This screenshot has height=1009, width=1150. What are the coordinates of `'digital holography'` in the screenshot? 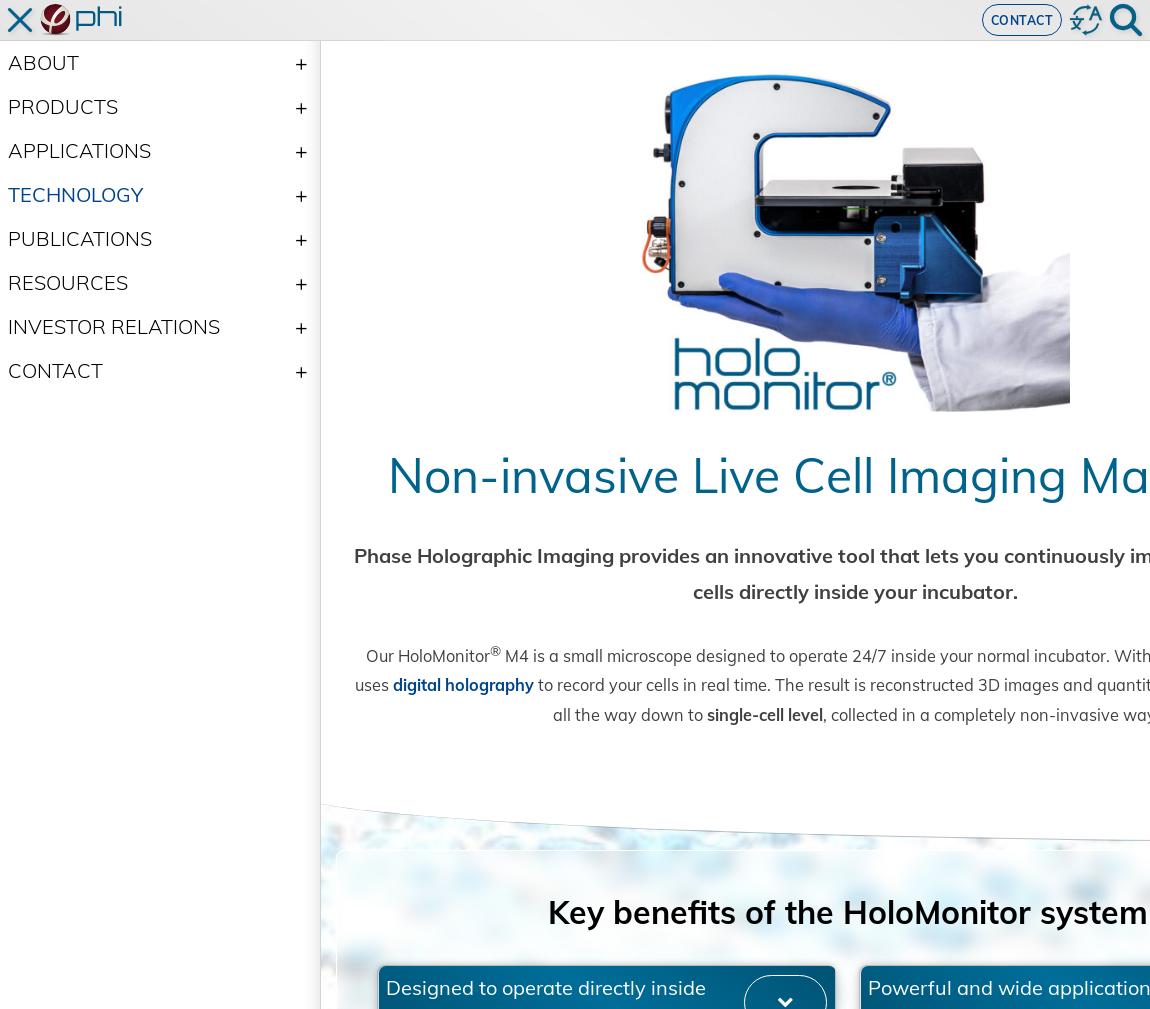 It's located at (617, 746).